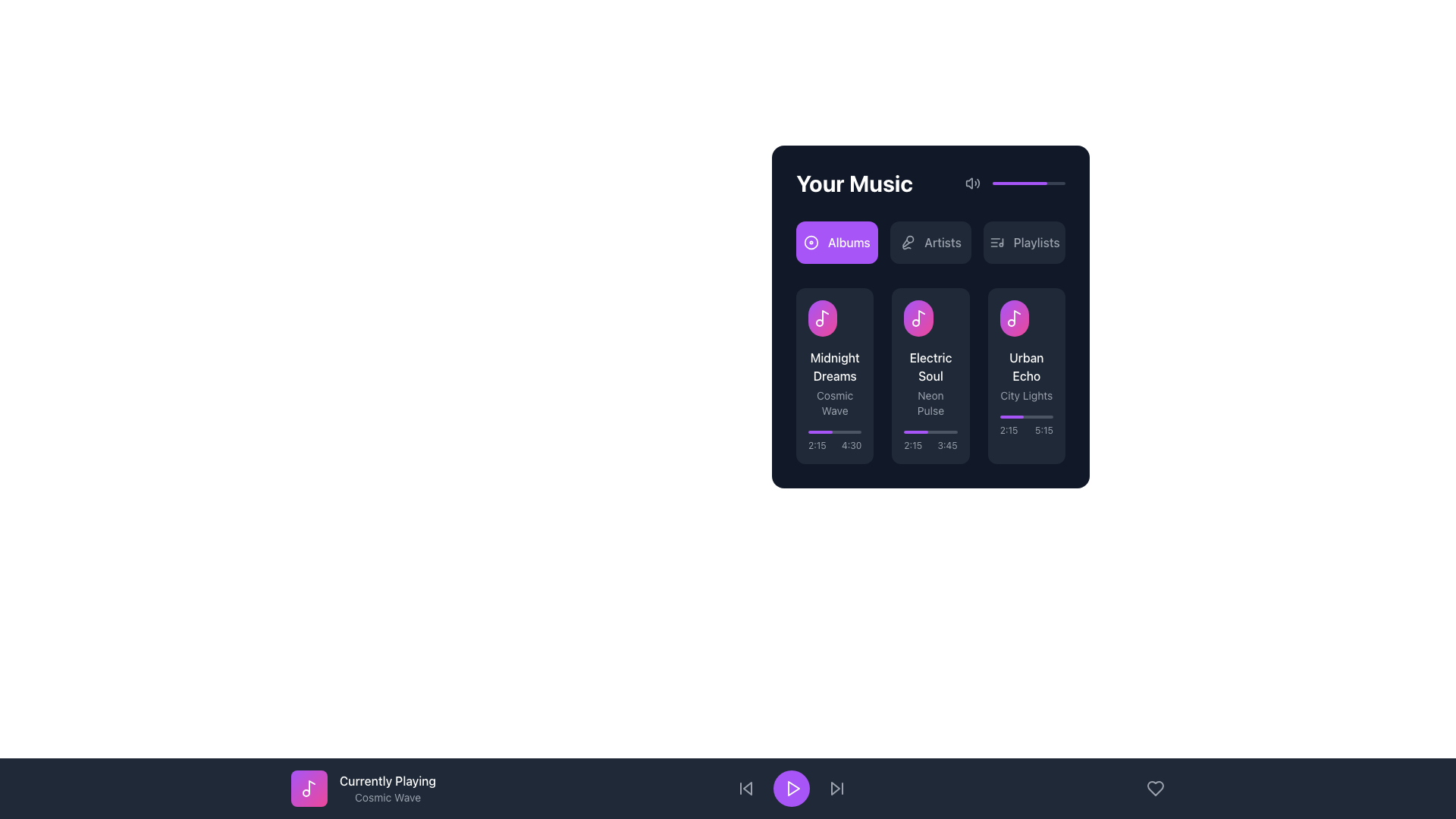  Describe the element at coordinates (822, 318) in the screenshot. I see `music-related function icon located within the circular button at the top-left area of the main content section, above the text 'Midnight Dreams.'` at that location.